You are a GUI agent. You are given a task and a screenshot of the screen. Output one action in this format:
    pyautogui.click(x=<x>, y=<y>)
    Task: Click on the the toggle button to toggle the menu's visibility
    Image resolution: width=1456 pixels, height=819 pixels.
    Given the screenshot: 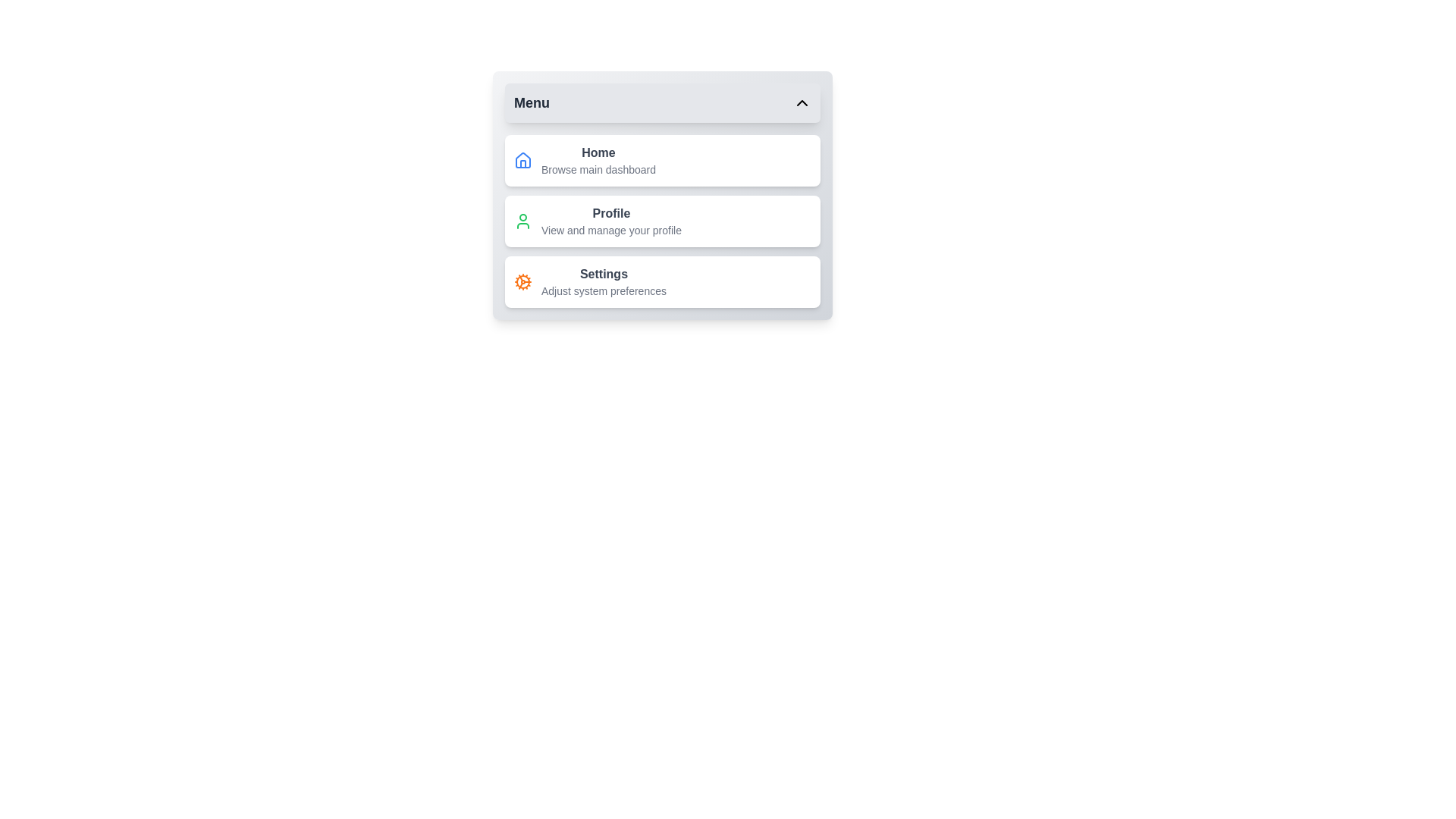 What is the action you would take?
    pyautogui.click(x=662, y=102)
    